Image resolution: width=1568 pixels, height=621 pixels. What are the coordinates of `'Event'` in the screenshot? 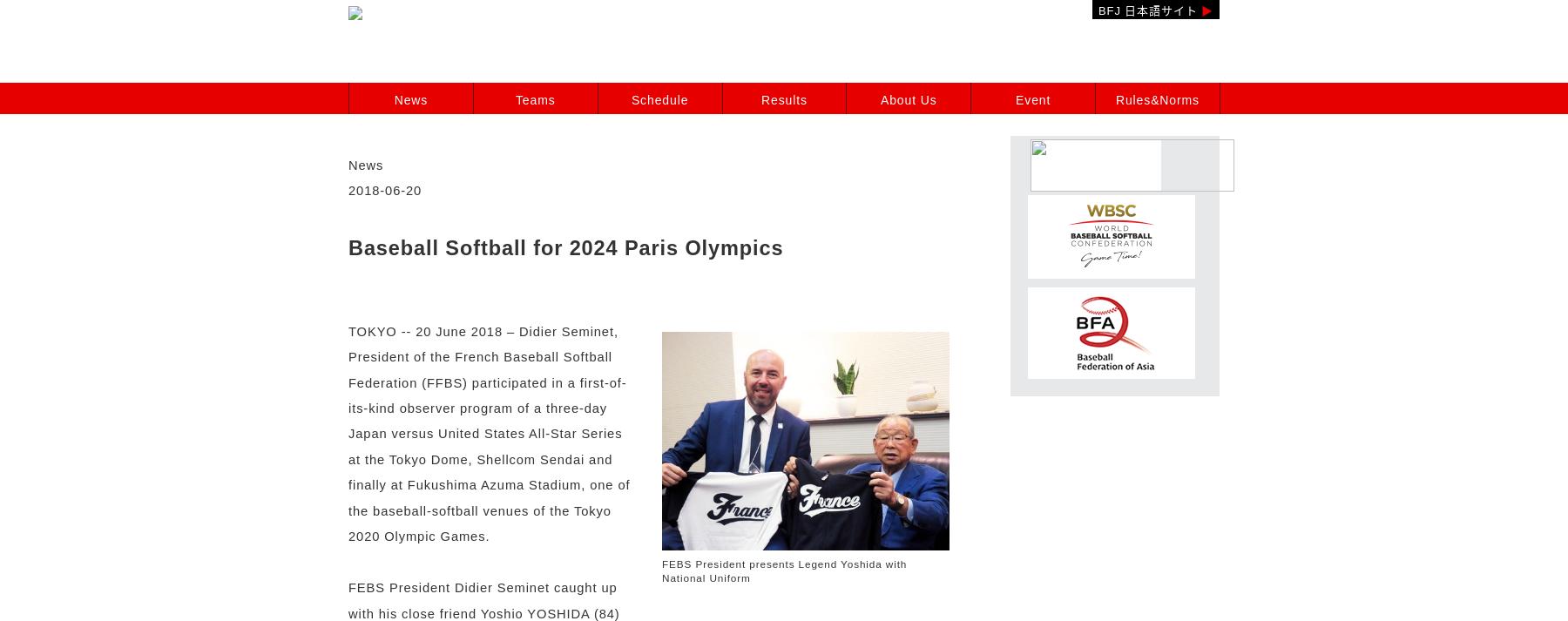 It's located at (1015, 99).